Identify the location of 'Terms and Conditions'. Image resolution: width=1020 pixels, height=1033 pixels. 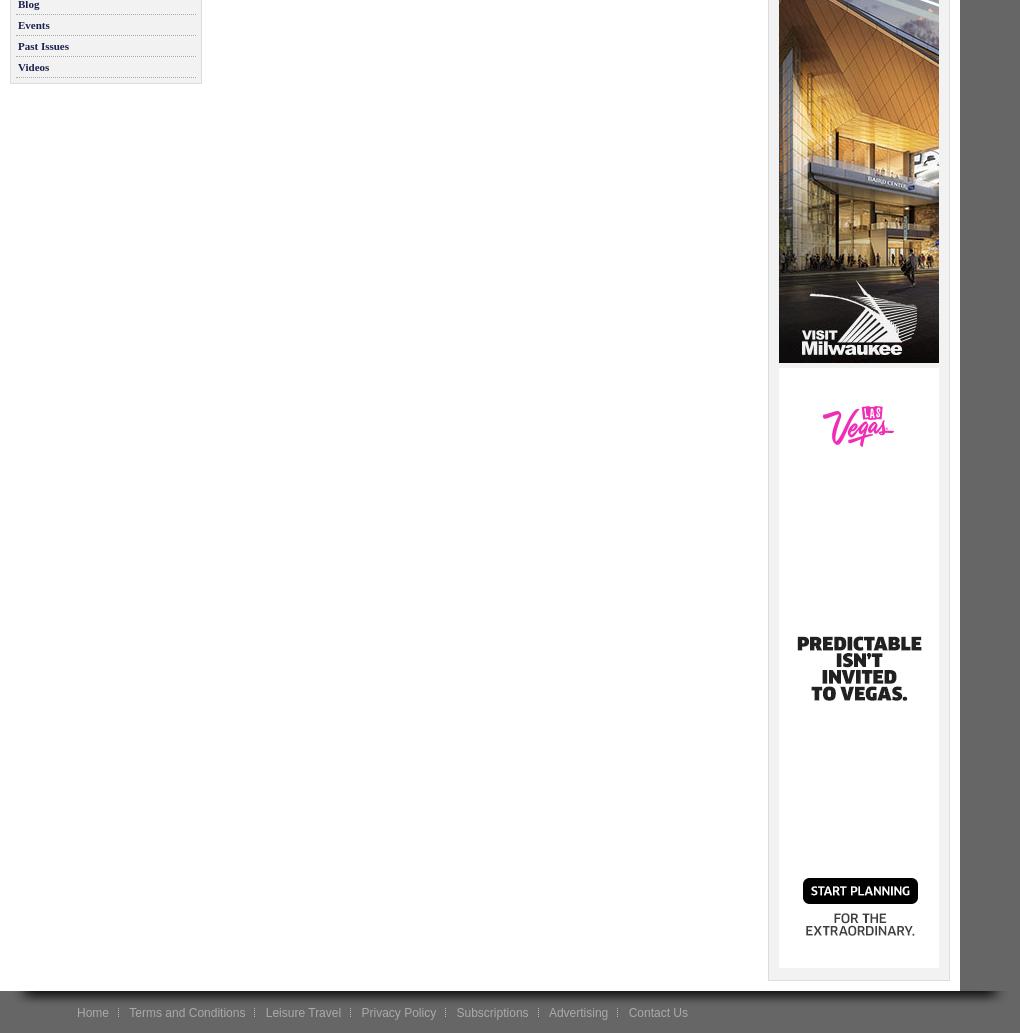
(185, 1011).